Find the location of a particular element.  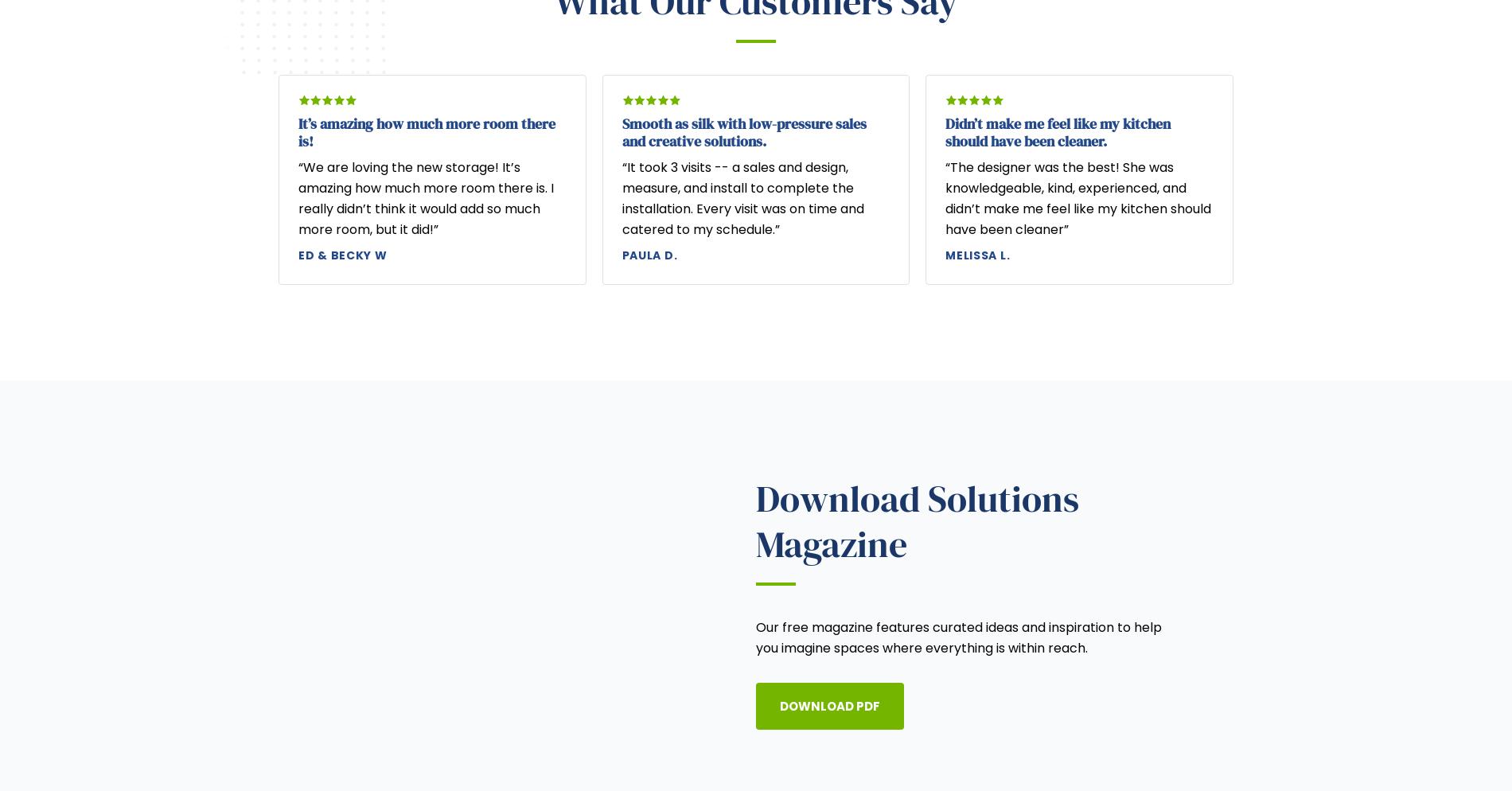

'It’s amazing how much more room there is!' is located at coordinates (298, 131).